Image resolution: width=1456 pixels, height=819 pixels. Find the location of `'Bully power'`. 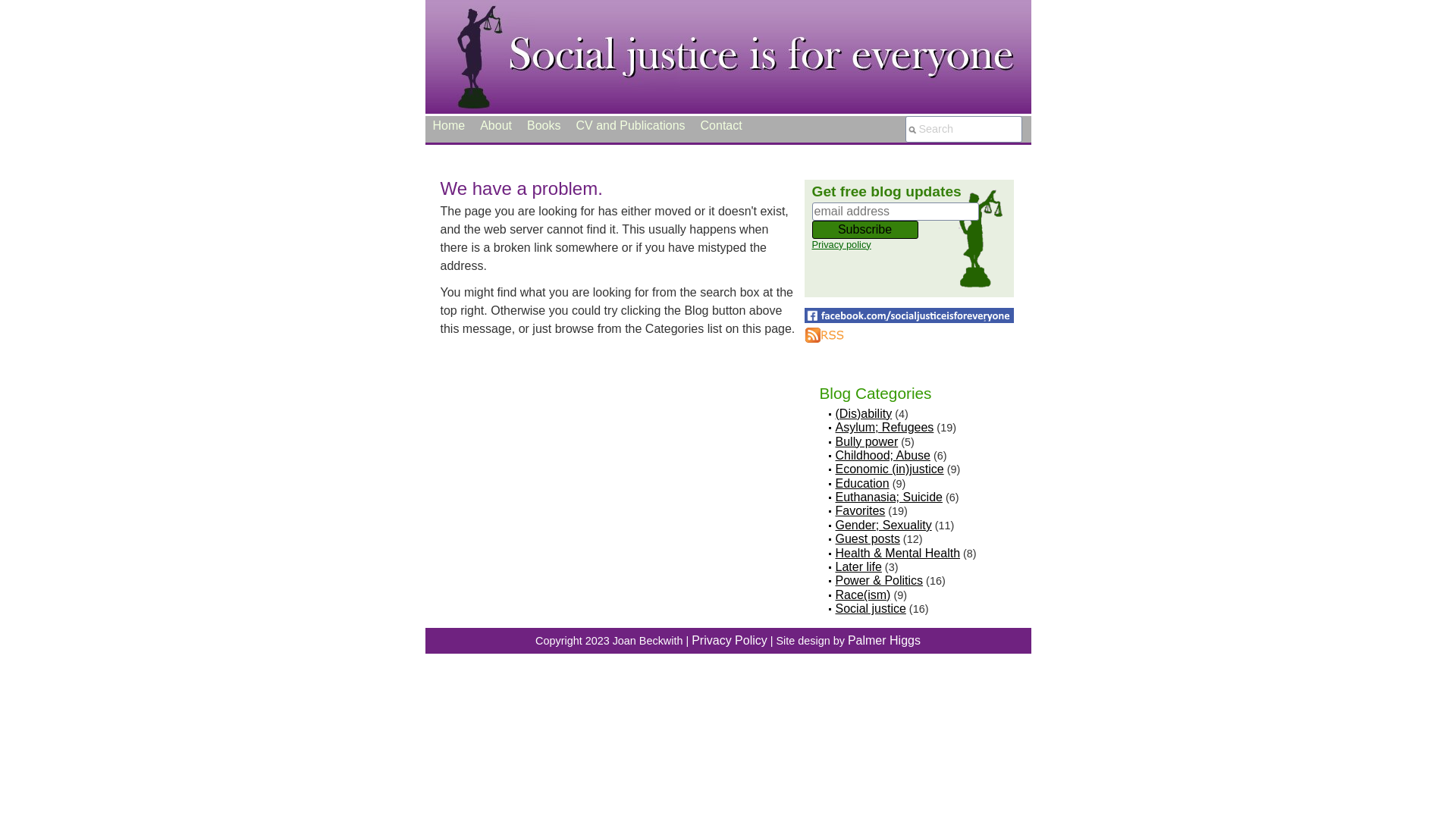

'Bully power' is located at coordinates (867, 441).